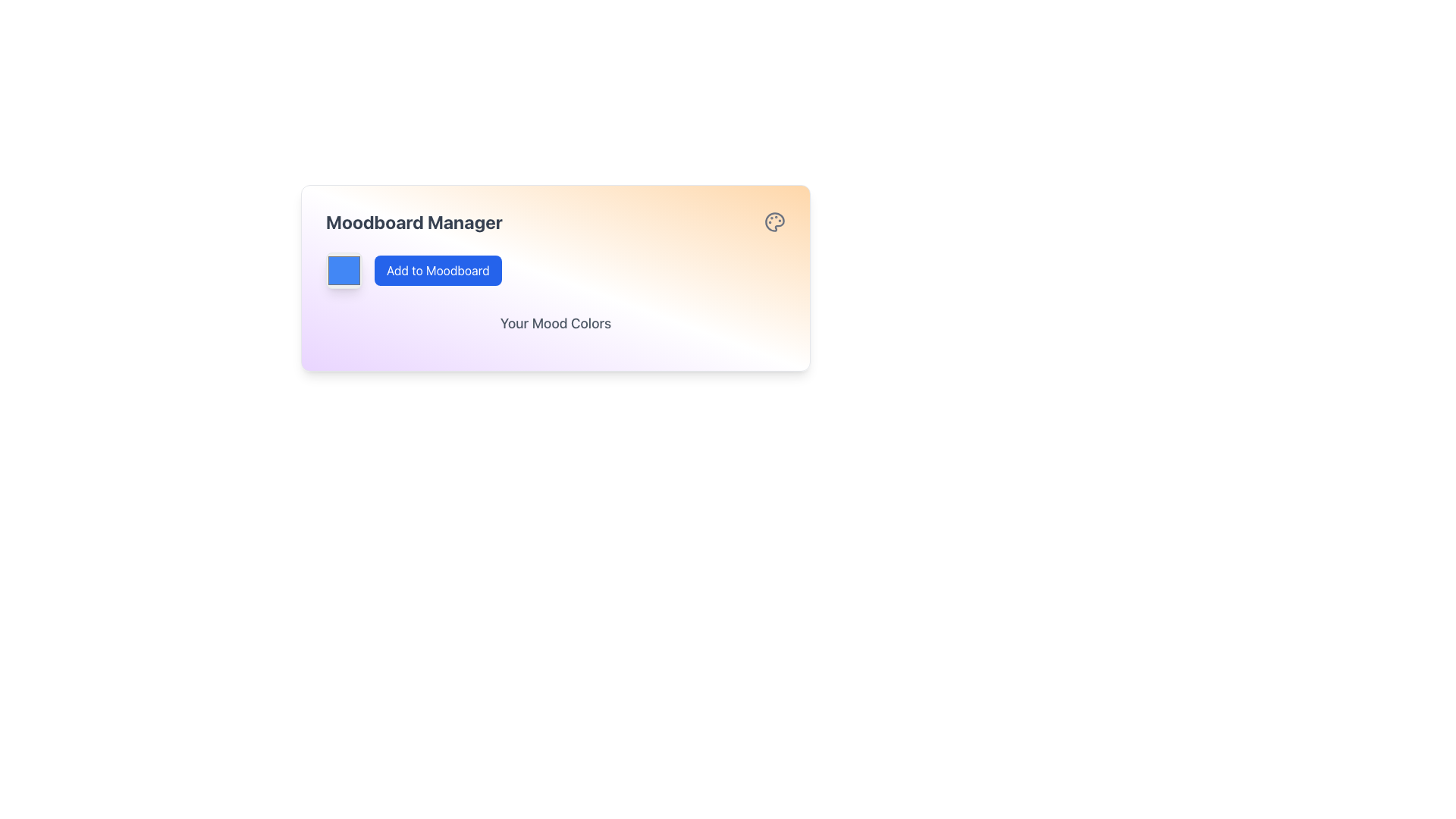 This screenshot has width=1456, height=819. What do you see at coordinates (344, 270) in the screenshot?
I see `the blue Color Preview Box, which is a square block with a blue fill and rounded corners` at bounding box center [344, 270].